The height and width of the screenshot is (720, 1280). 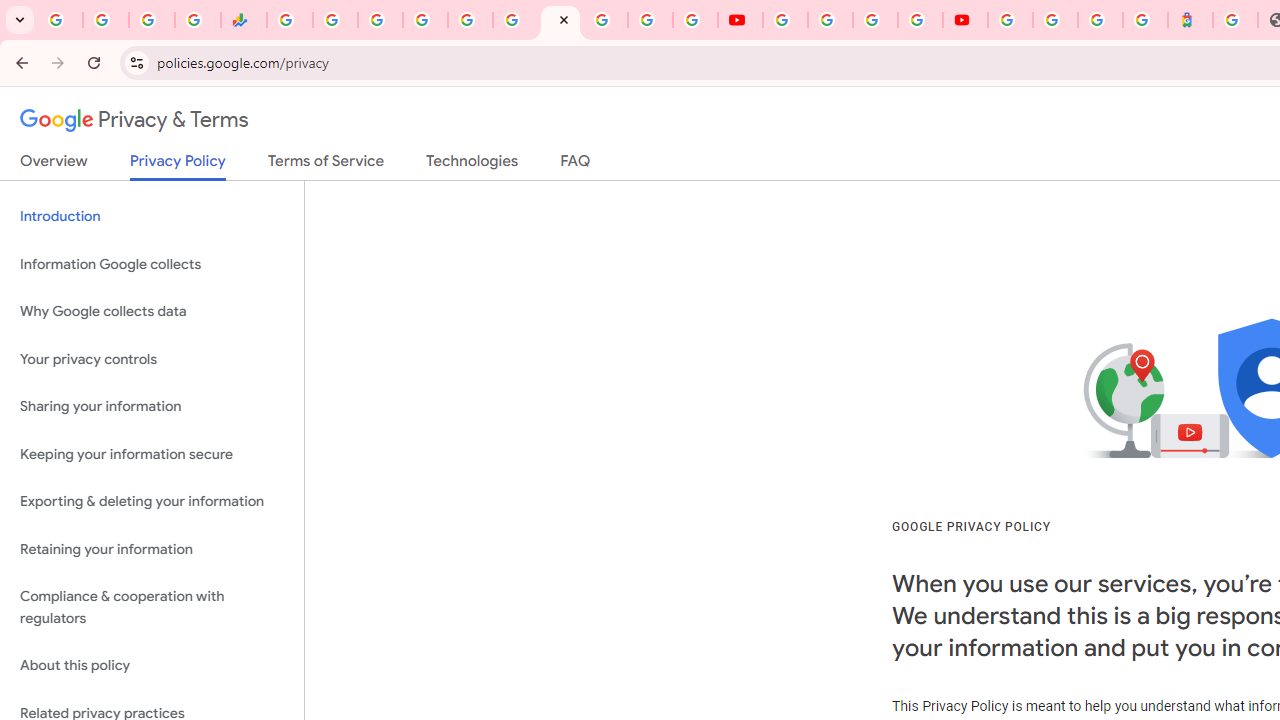 I want to click on 'Exporting & deleting your information', so click(x=151, y=501).